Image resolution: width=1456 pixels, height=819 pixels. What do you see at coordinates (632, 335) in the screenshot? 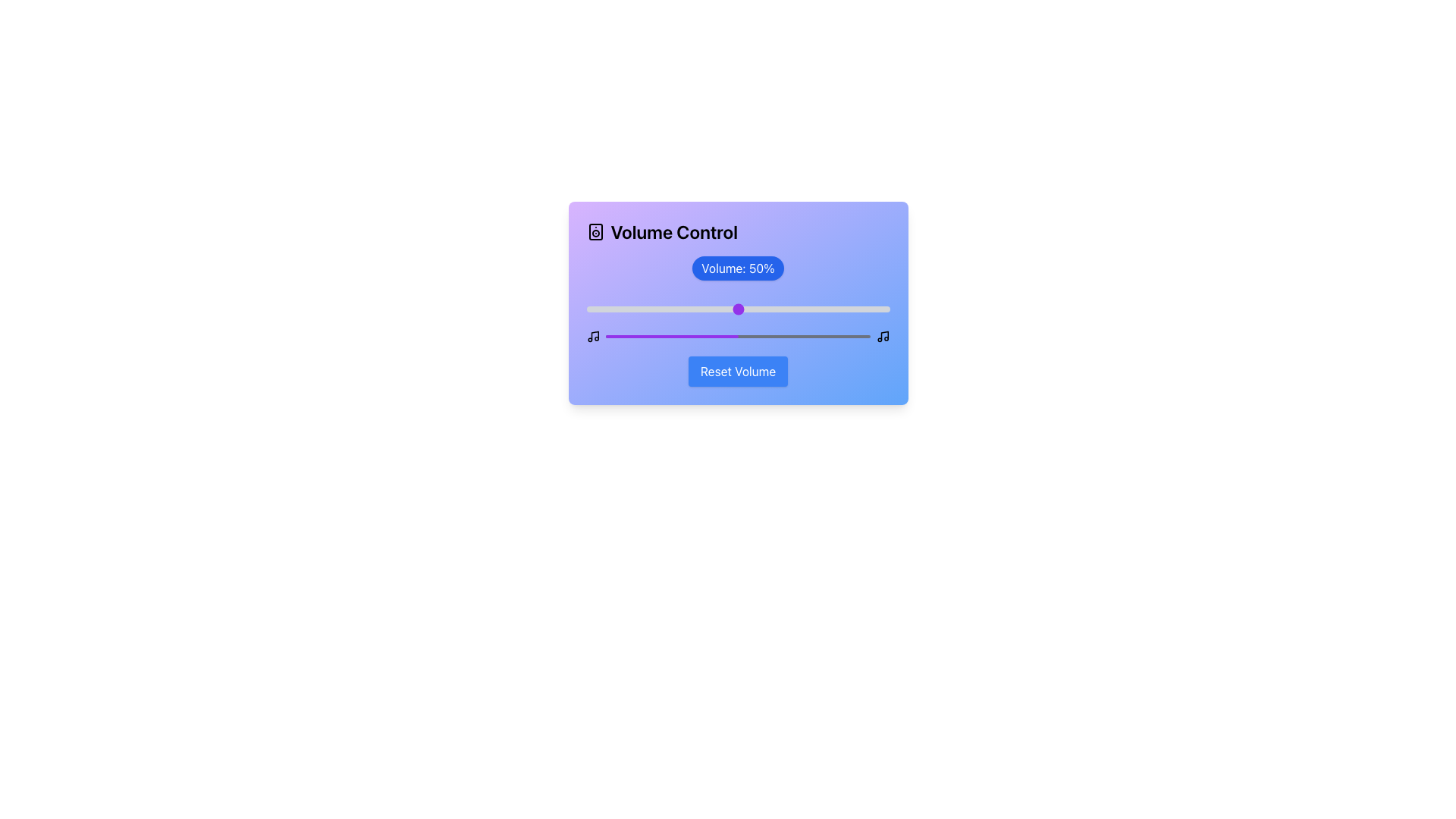
I see `the volume` at bounding box center [632, 335].